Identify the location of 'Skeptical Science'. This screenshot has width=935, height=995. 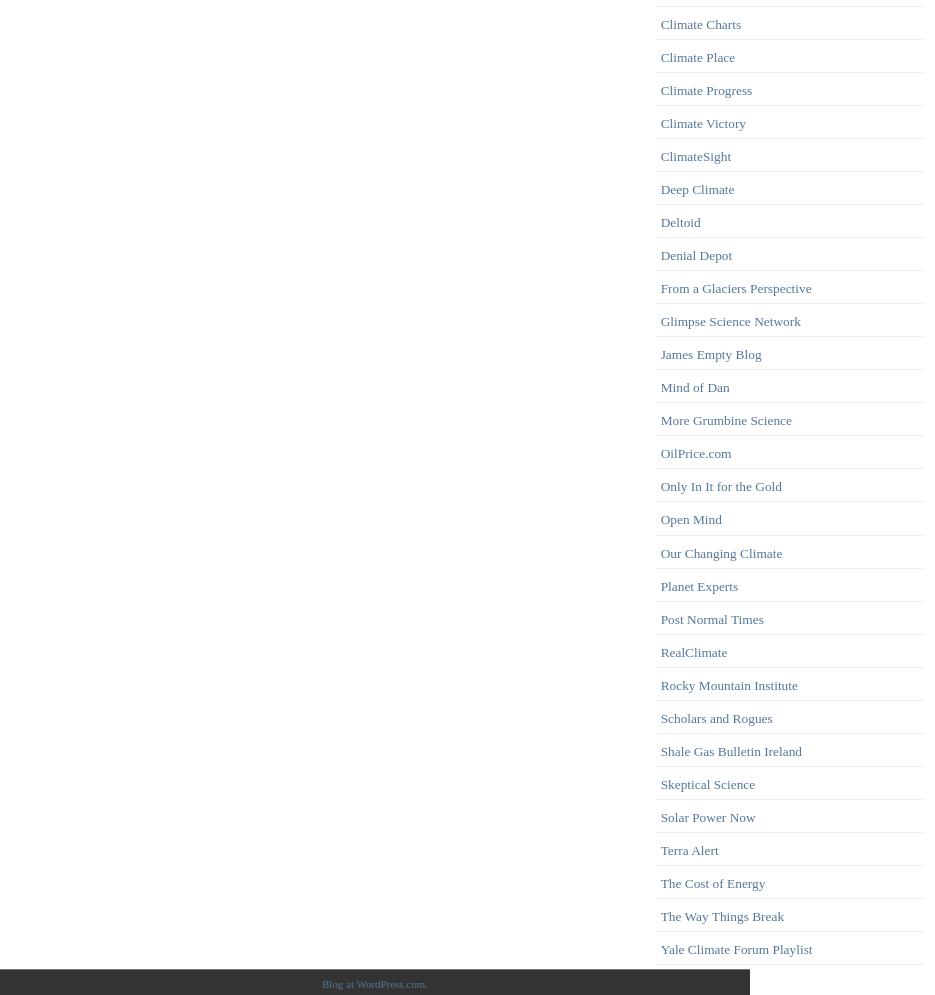
(706, 783).